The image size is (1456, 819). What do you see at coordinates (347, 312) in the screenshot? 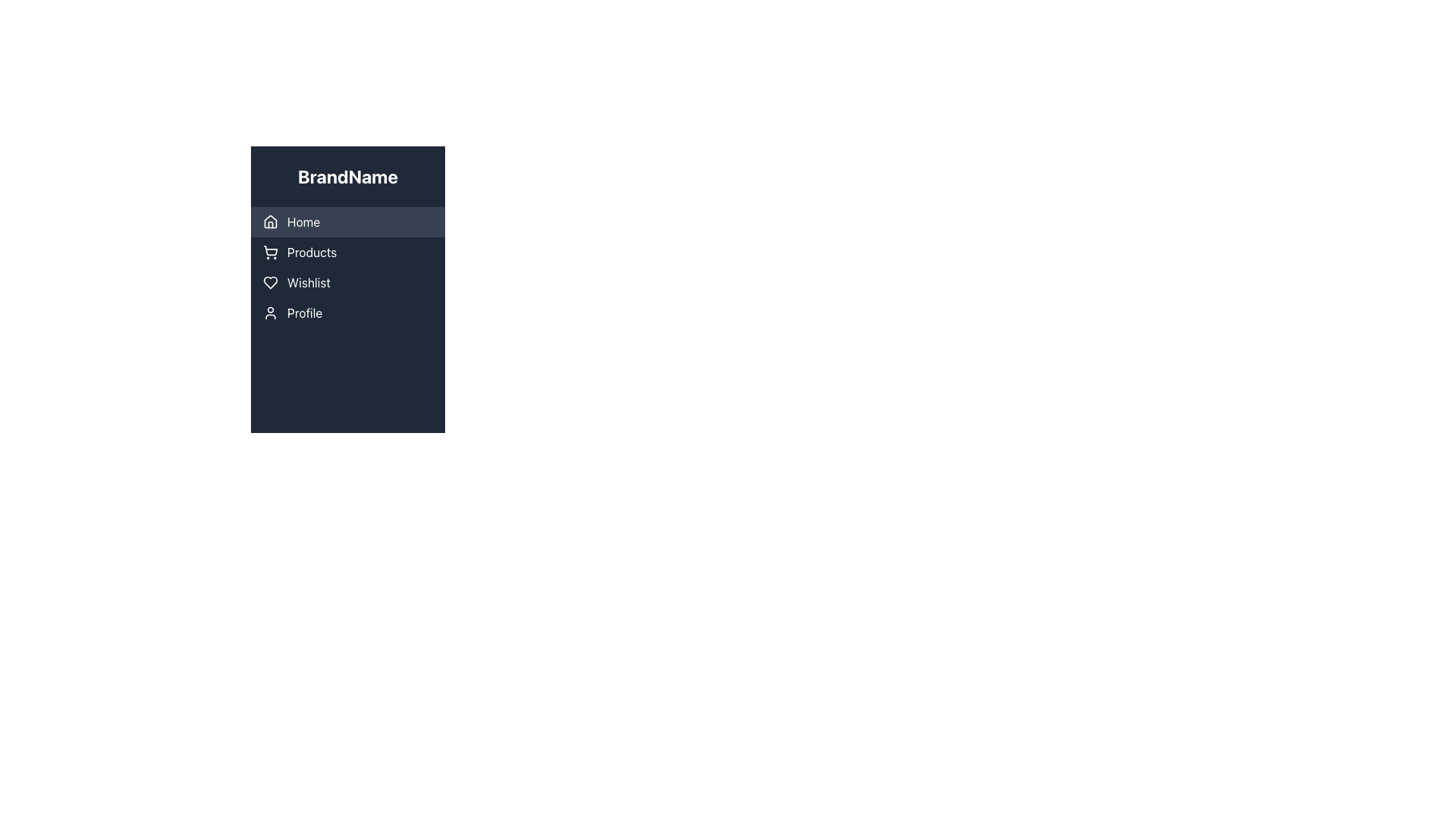
I see `the 'Profile' button in the vertical navigation menu` at bounding box center [347, 312].